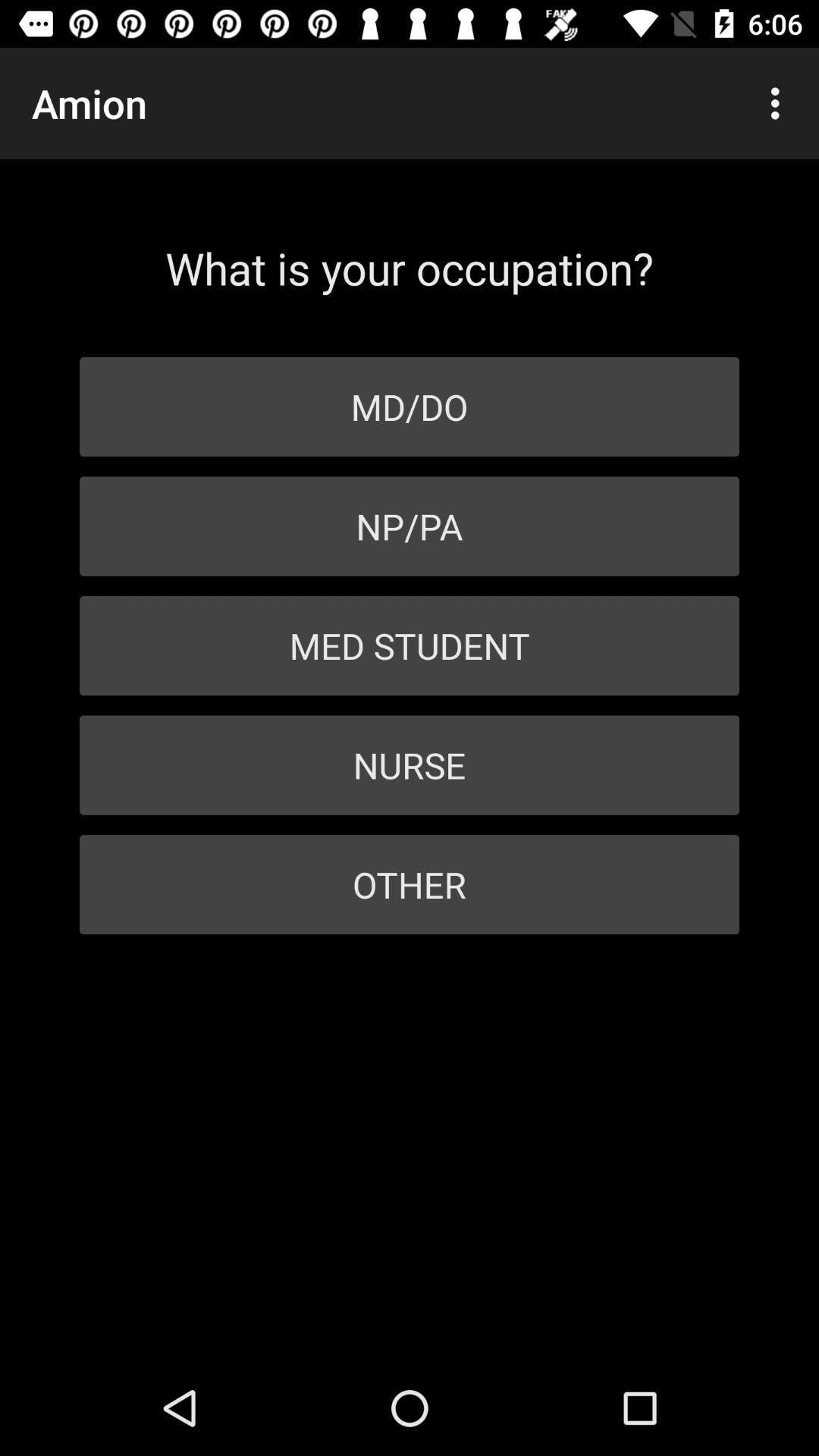 The image size is (819, 1456). Describe the element at coordinates (409, 765) in the screenshot. I see `icon below the med student item` at that location.